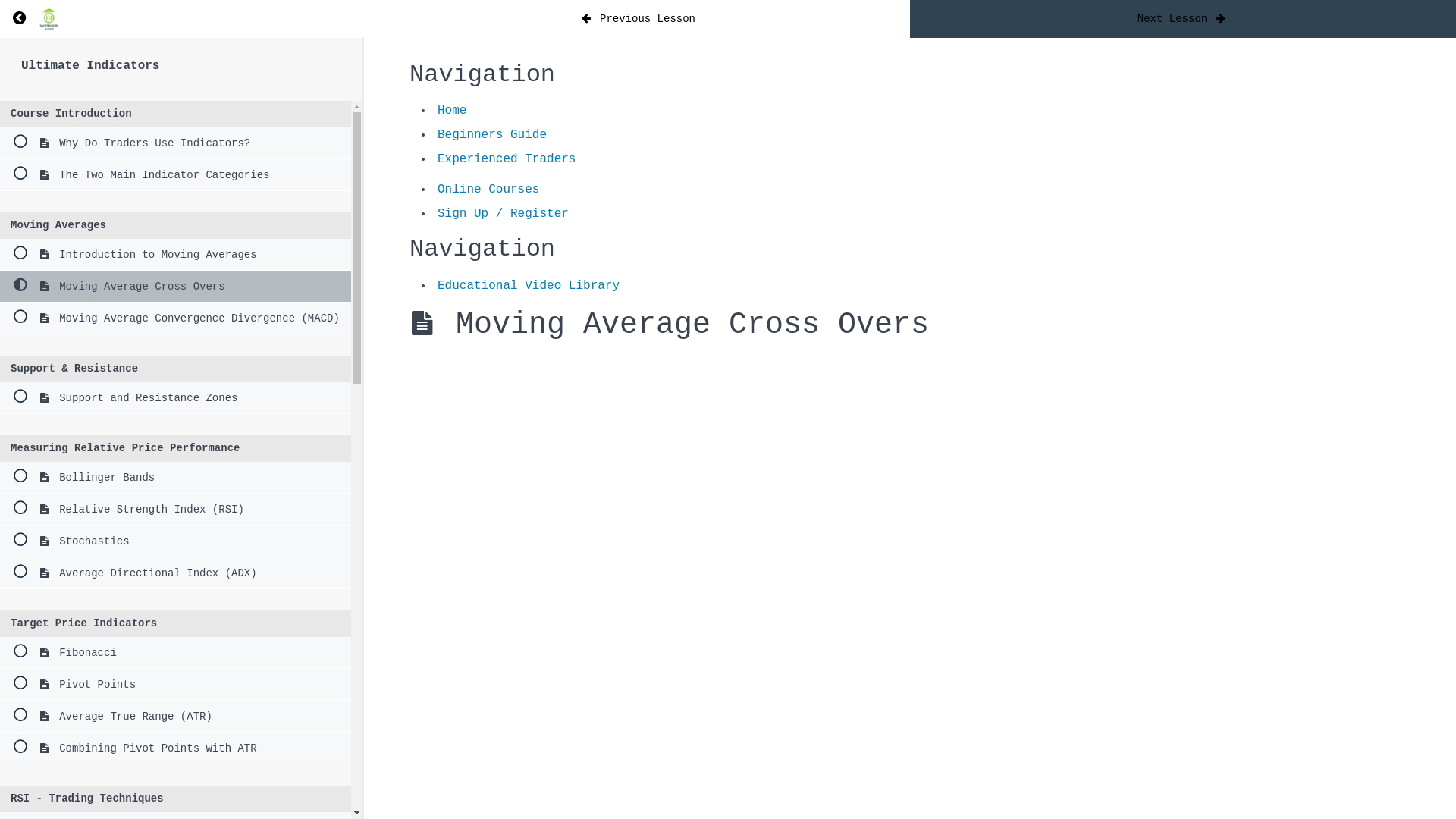  What do you see at coordinates (0, 509) in the screenshot?
I see `'Relative Strength Index (RSI)'` at bounding box center [0, 509].